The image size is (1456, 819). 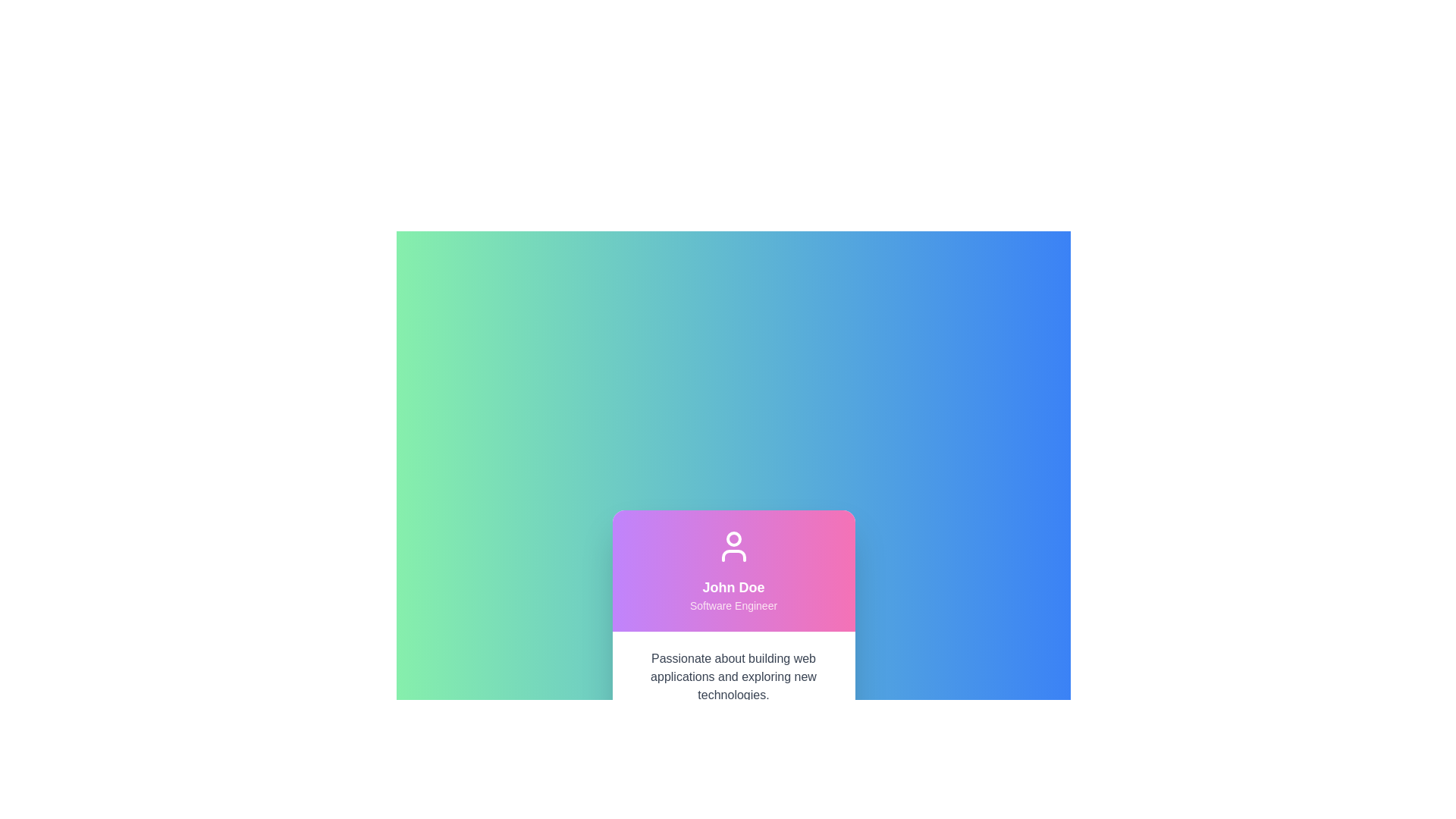 What do you see at coordinates (733, 547) in the screenshot?
I see `the user icon styled in white with a pink to purple gradient background, positioned above the text 'John Doe'` at bounding box center [733, 547].